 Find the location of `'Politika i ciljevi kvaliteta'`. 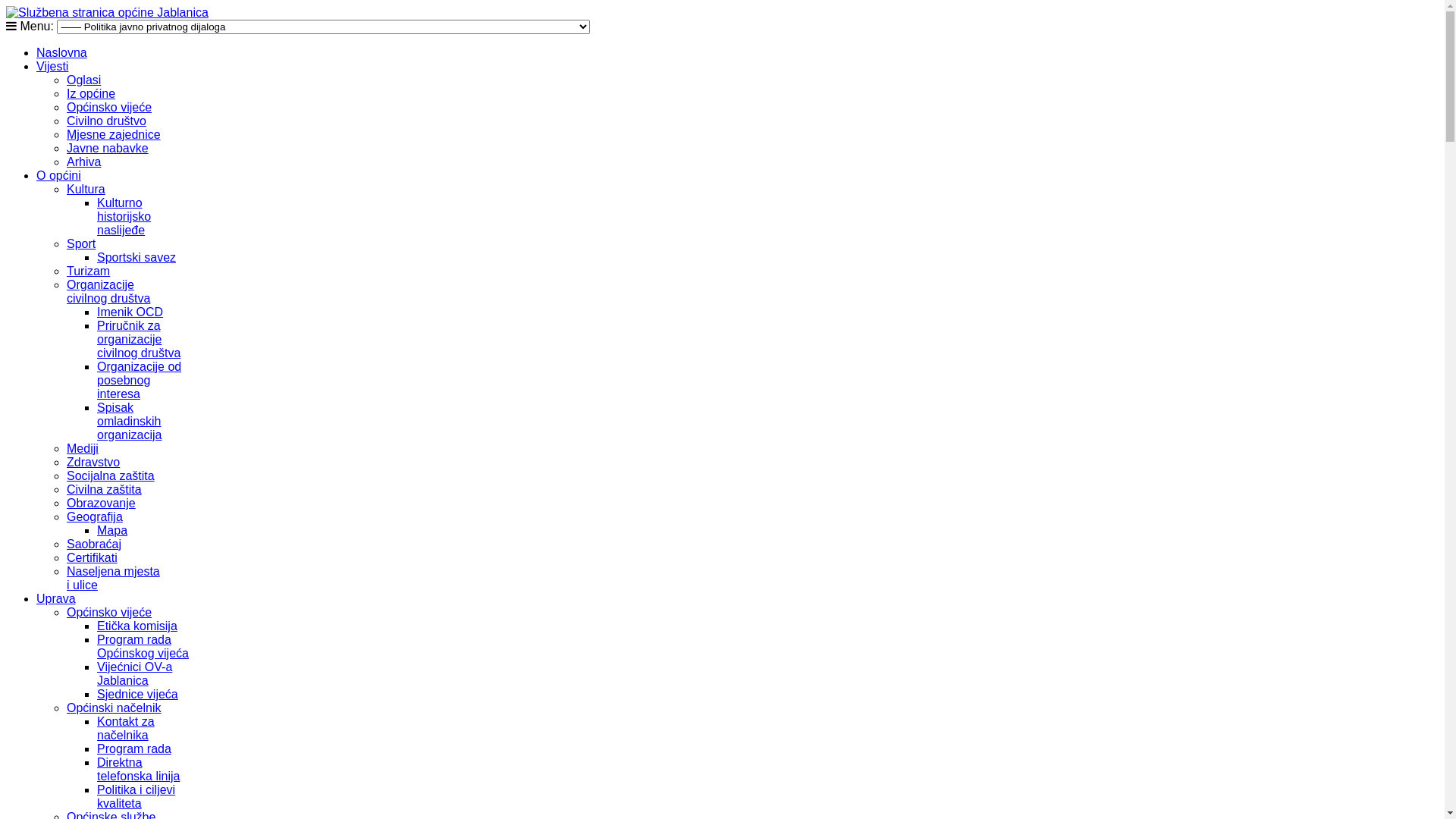

'Politika i ciljevi kvaliteta' is located at coordinates (136, 795).